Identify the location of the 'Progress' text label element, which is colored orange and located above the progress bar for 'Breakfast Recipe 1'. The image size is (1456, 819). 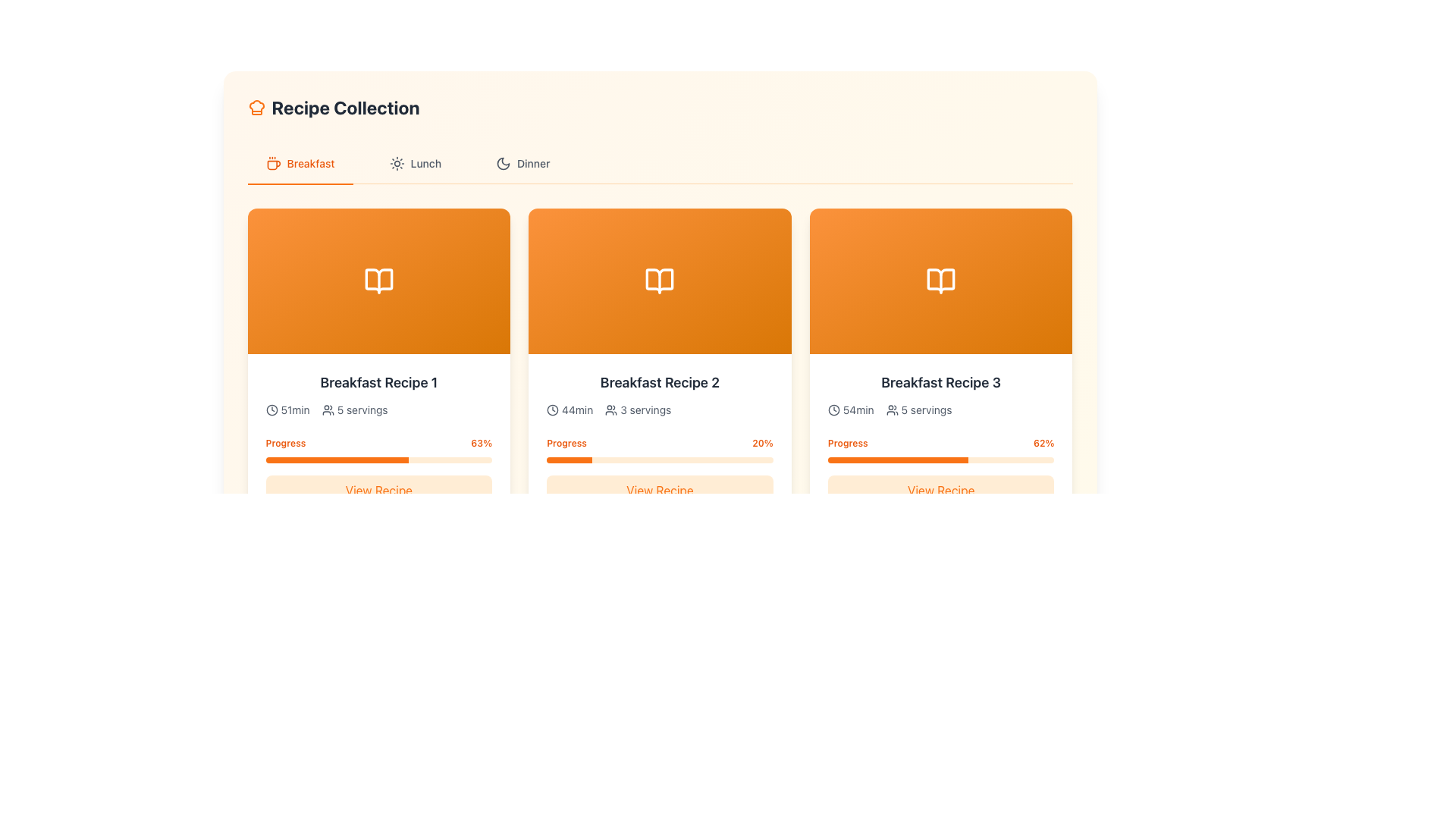
(285, 444).